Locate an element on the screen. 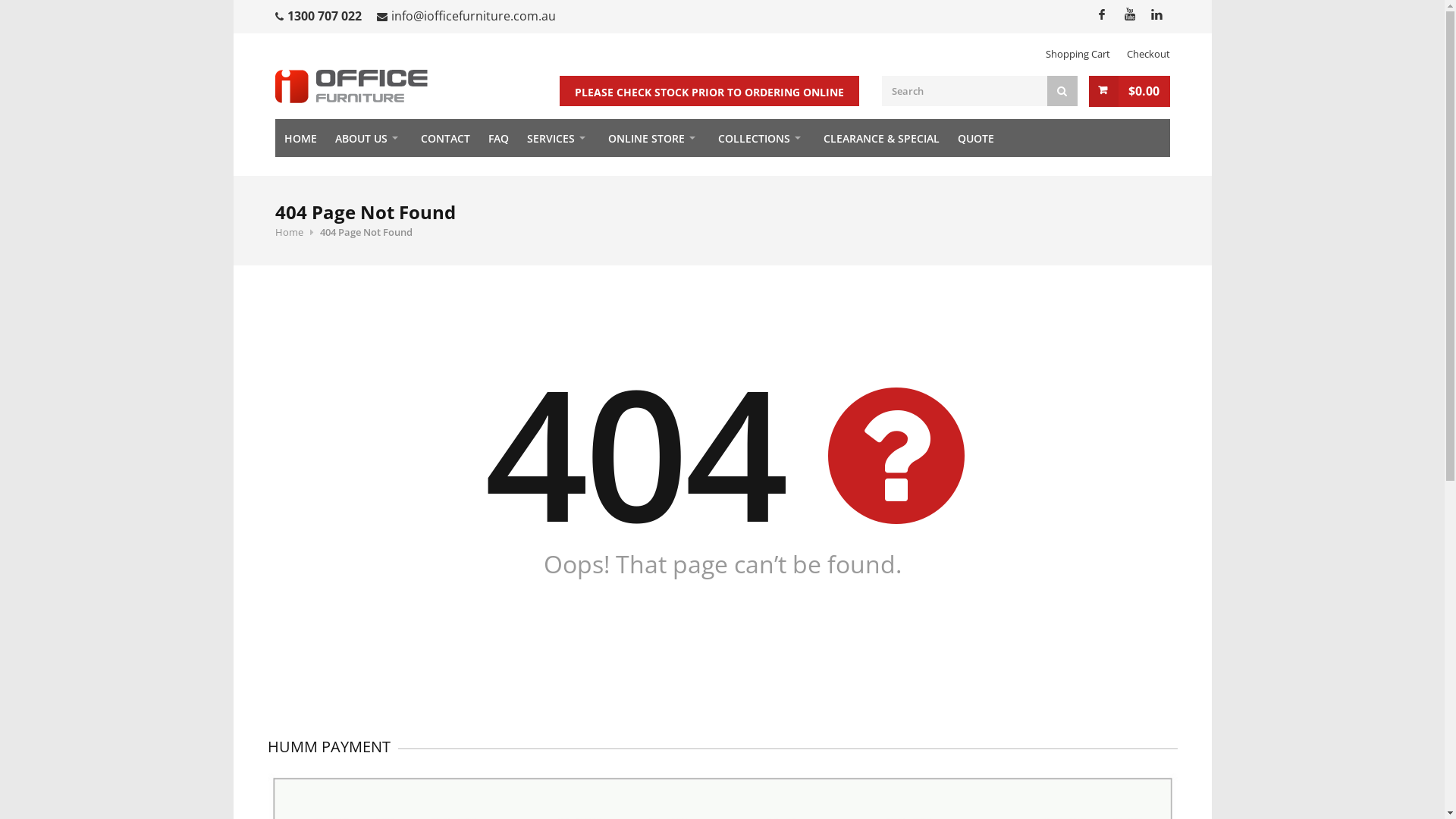  'COLLECTIONS' is located at coordinates (761, 137).